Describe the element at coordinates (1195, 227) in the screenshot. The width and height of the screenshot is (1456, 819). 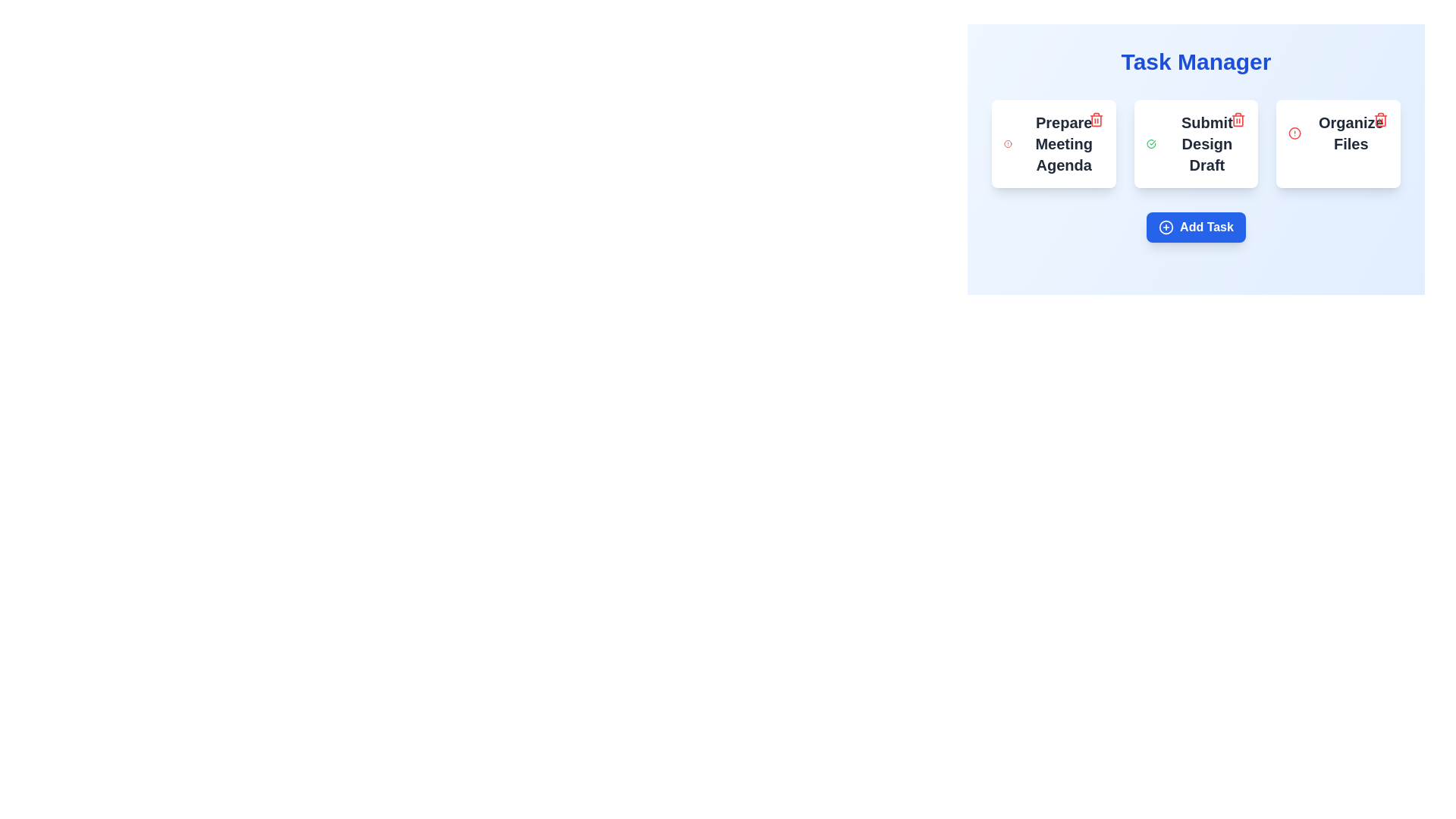
I see `the 'Add Task' button` at that location.